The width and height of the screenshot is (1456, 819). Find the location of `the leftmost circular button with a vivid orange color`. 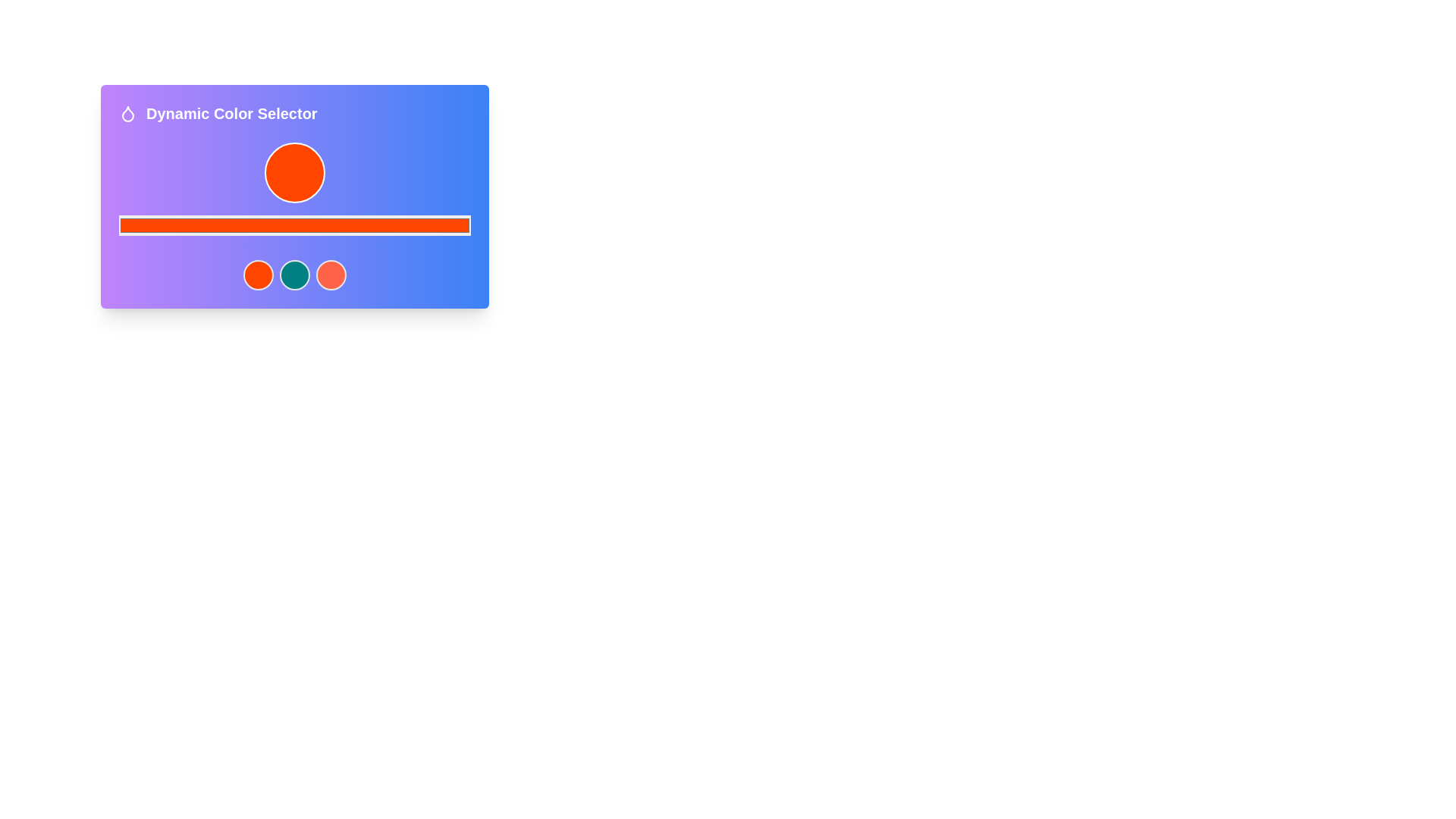

the leftmost circular button with a vivid orange color is located at coordinates (258, 275).